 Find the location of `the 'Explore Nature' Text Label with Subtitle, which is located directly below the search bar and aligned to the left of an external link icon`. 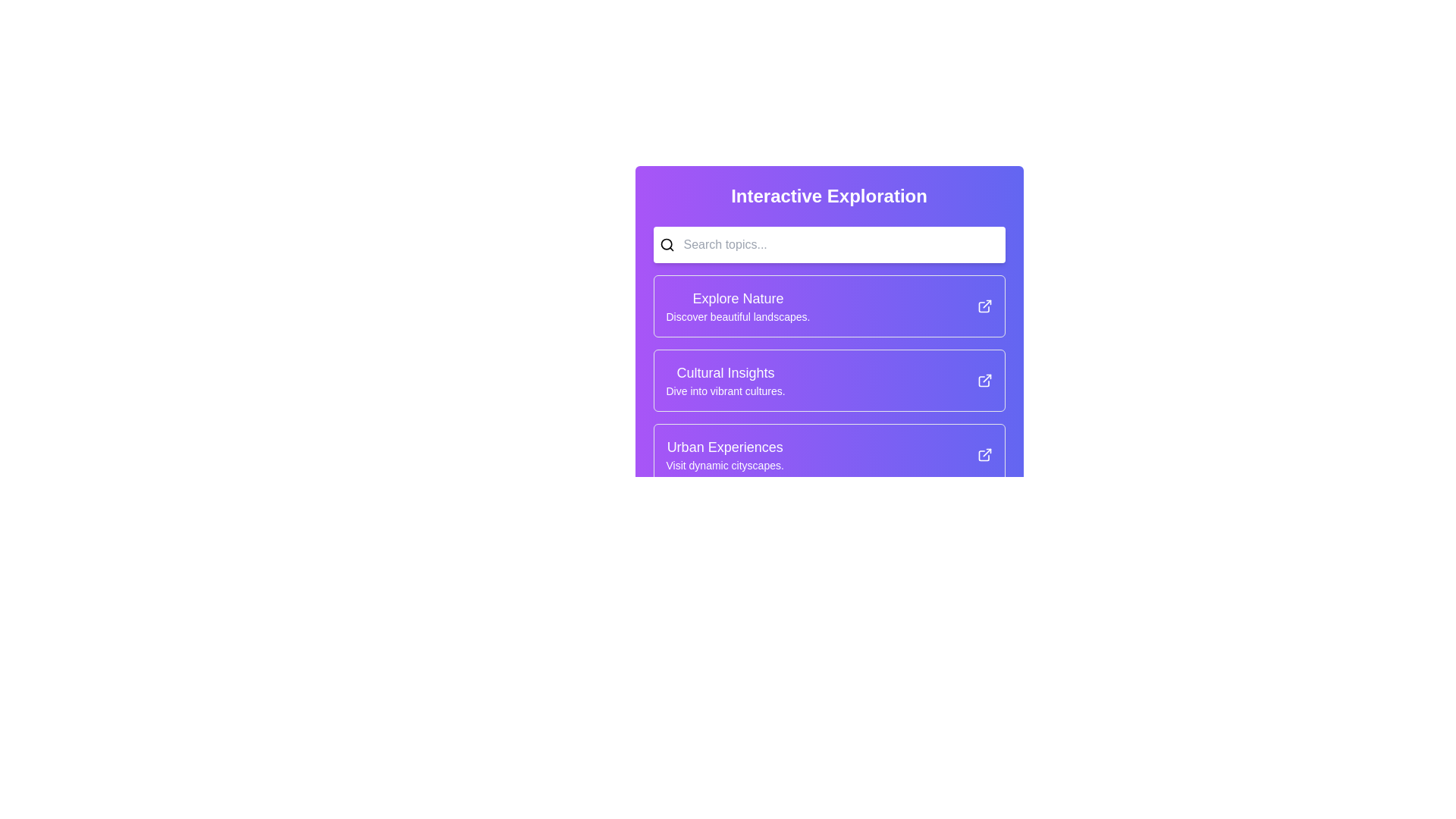

the 'Explore Nature' Text Label with Subtitle, which is located directly below the search bar and aligned to the left of an external link icon is located at coordinates (738, 306).